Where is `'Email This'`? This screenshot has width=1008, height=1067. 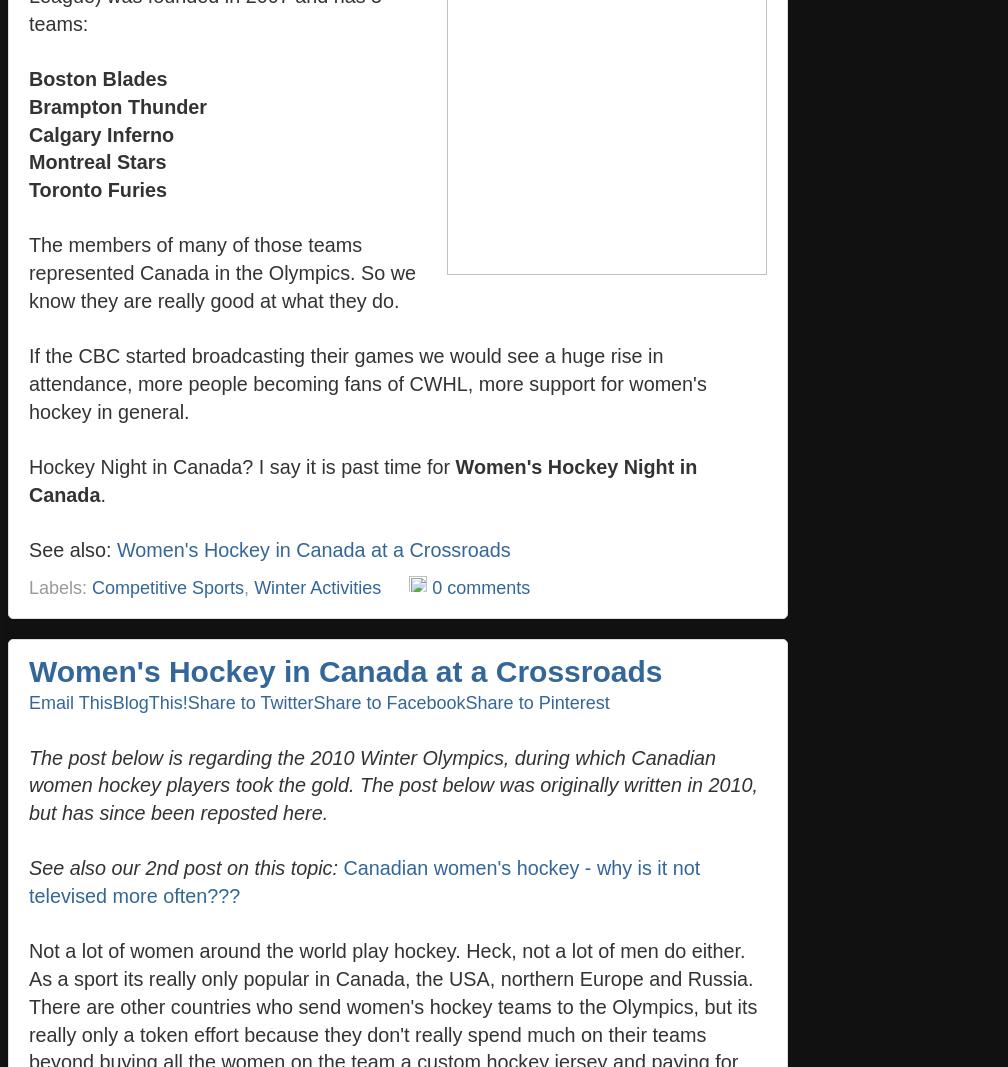 'Email This' is located at coordinates (29, 701).